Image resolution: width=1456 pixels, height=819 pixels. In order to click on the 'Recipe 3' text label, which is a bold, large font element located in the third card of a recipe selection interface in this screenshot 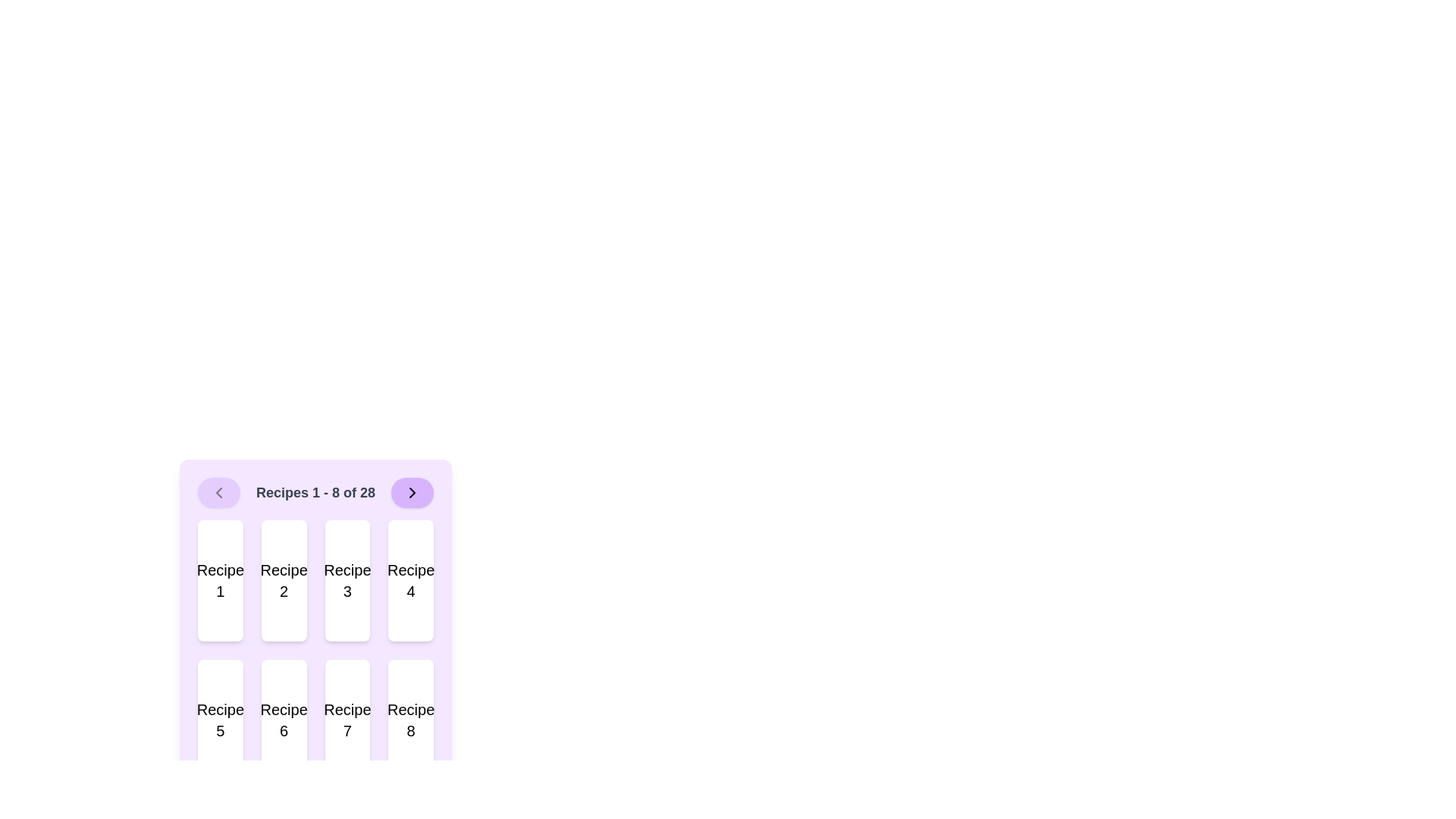, I will do `click(347, 580)`.